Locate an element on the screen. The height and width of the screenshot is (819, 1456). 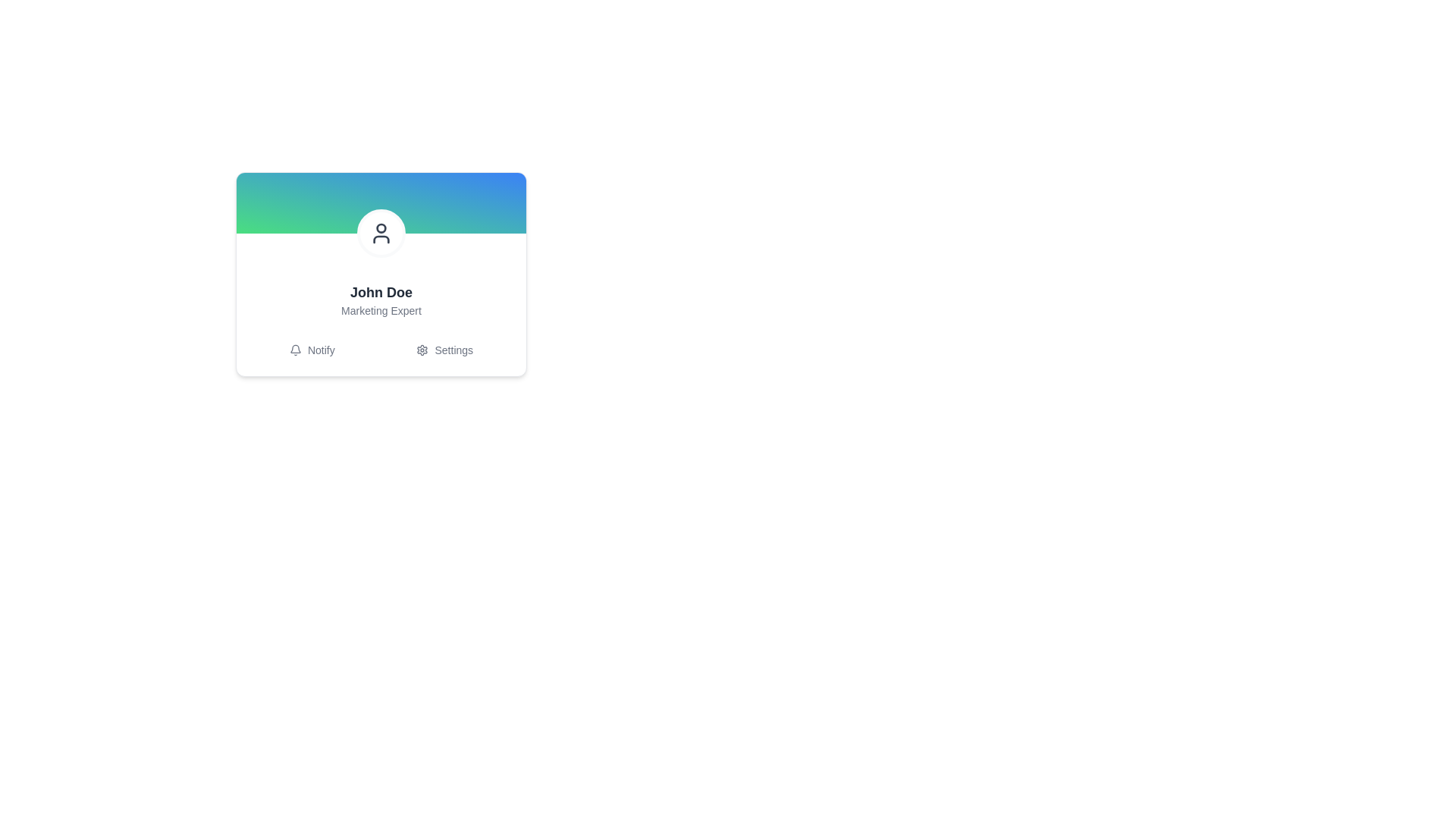
the circular graphic element representing the user icon located above the name 'John Doe' in the user profile card is located at coordinates (381, 227).